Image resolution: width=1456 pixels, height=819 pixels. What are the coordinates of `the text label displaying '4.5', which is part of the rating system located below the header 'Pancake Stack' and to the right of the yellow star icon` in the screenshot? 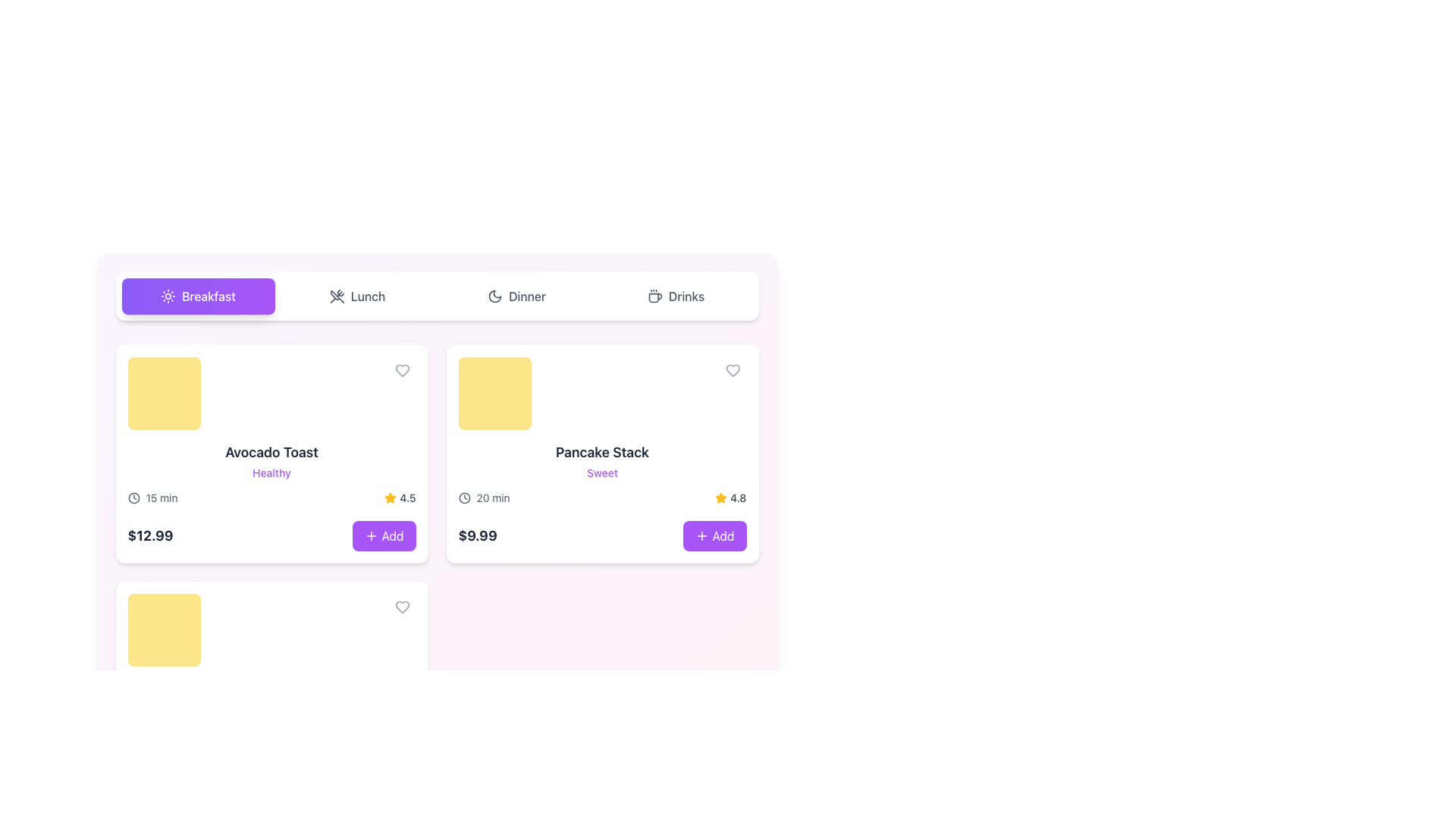 It's located at (407, 497).